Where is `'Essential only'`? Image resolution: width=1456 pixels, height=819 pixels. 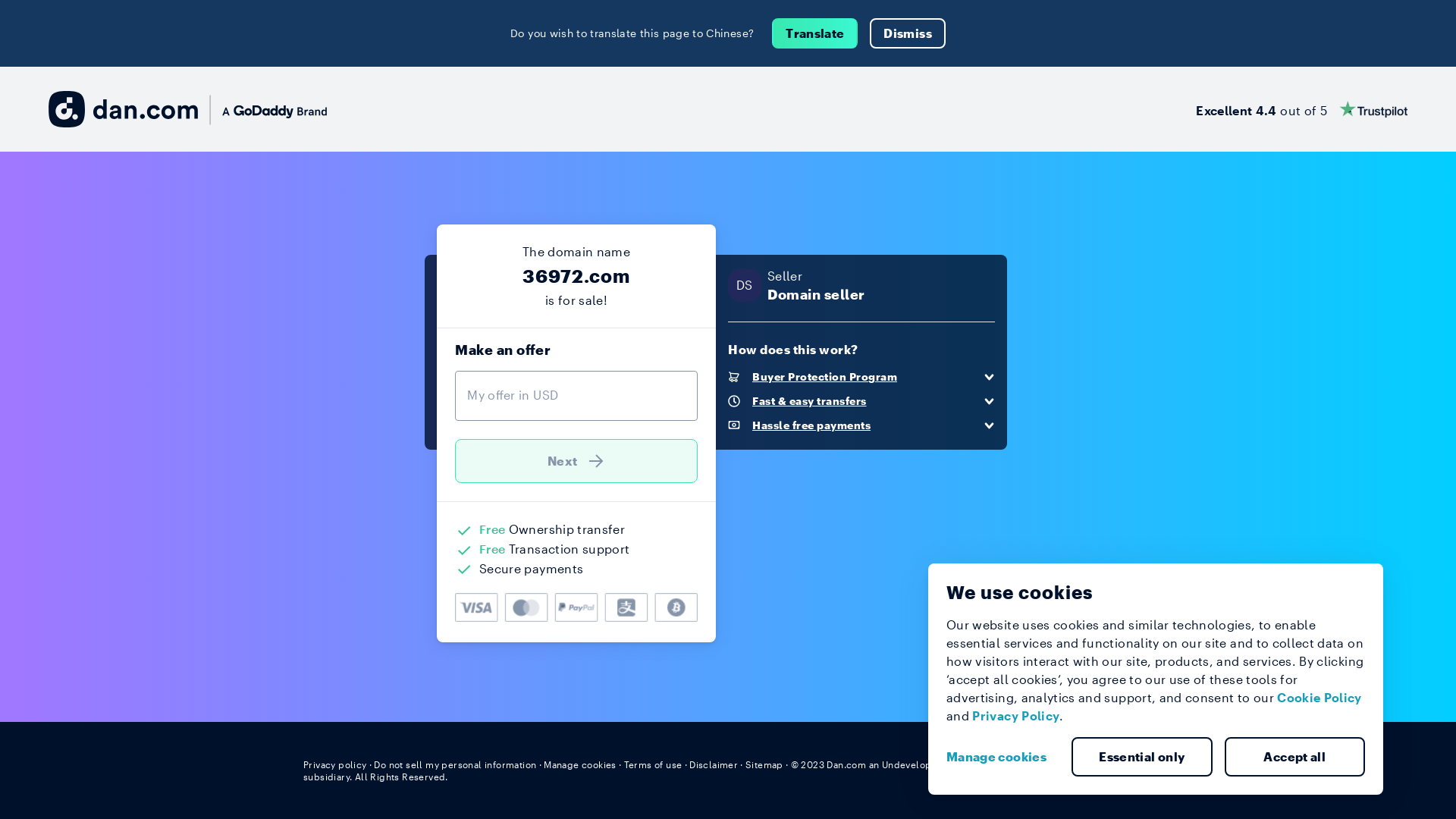
'Essential only' is located at coordinates (1142, 757).